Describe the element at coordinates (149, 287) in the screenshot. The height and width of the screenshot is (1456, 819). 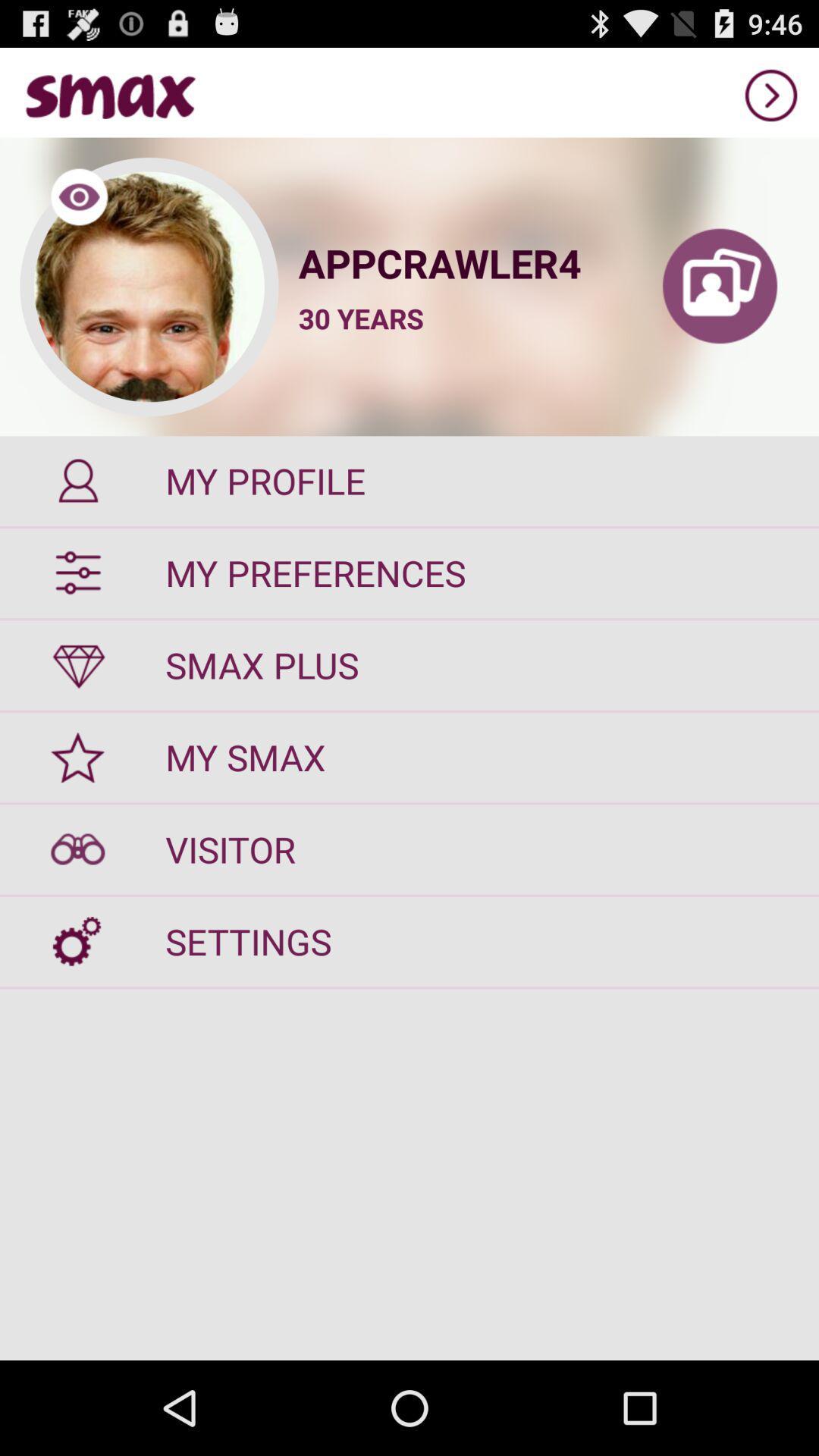
I see `profile photo view button` at that location.